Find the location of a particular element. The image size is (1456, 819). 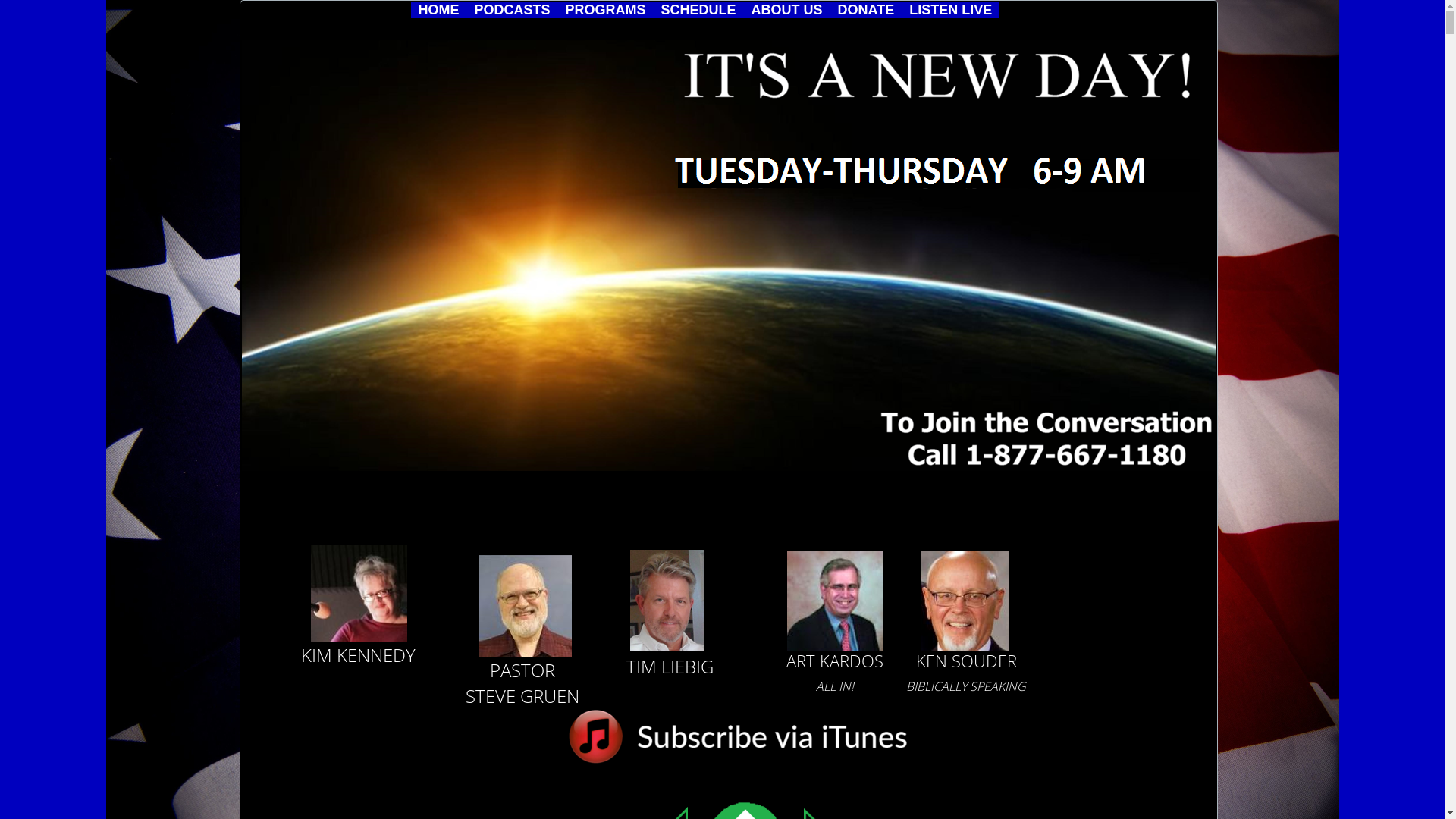

'PODCASTS' is located at coordinates (513, 9).